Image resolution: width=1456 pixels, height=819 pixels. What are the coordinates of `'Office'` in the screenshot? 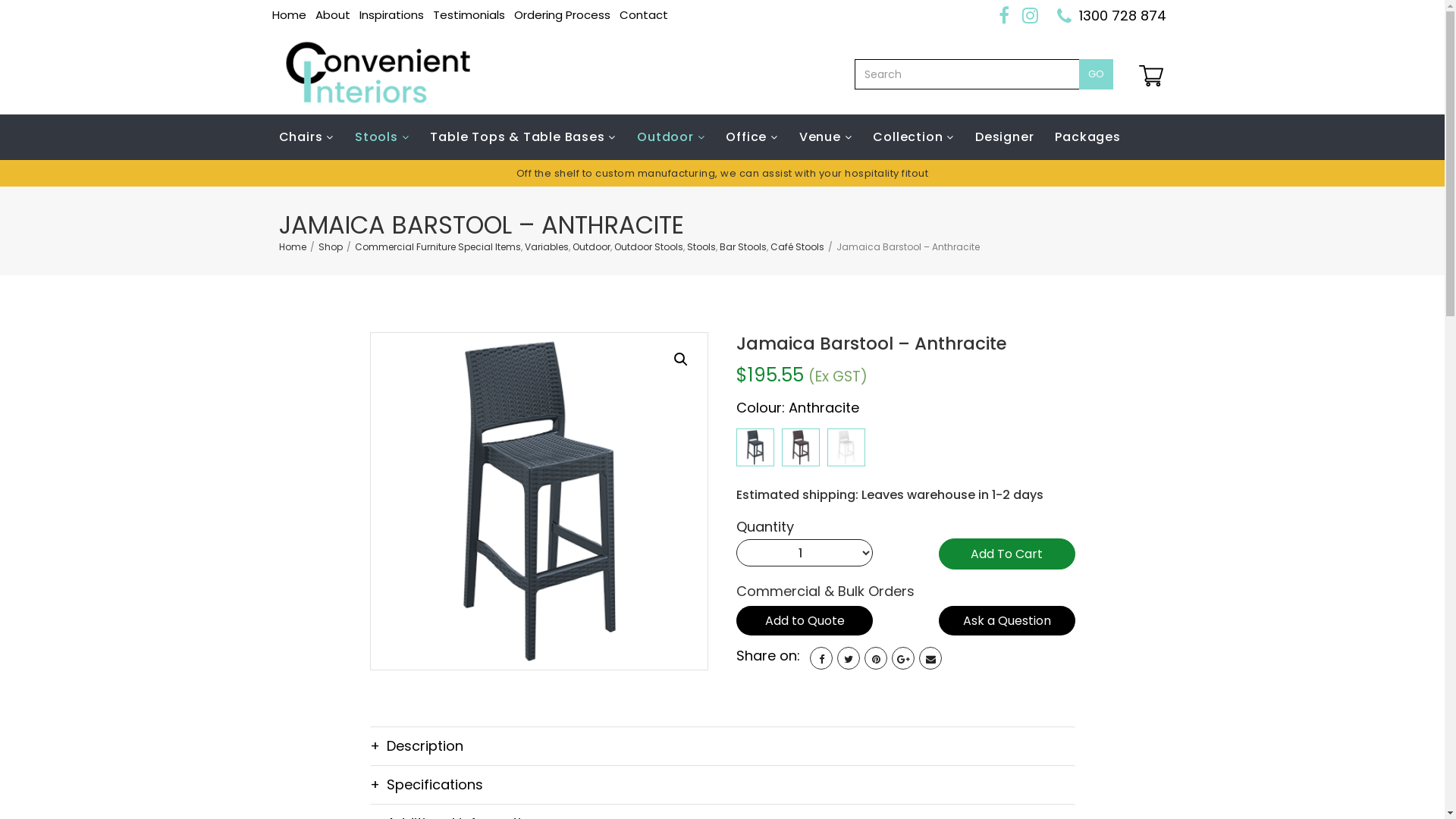 It's located at (751, 137).